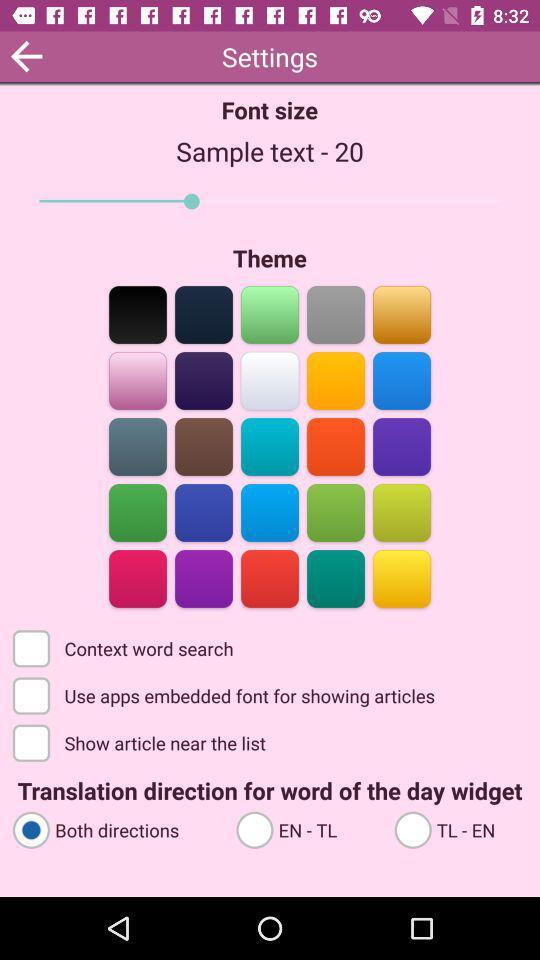 This screenshot has height=960, width=540. I want to click on color selection, so click(137, 445).